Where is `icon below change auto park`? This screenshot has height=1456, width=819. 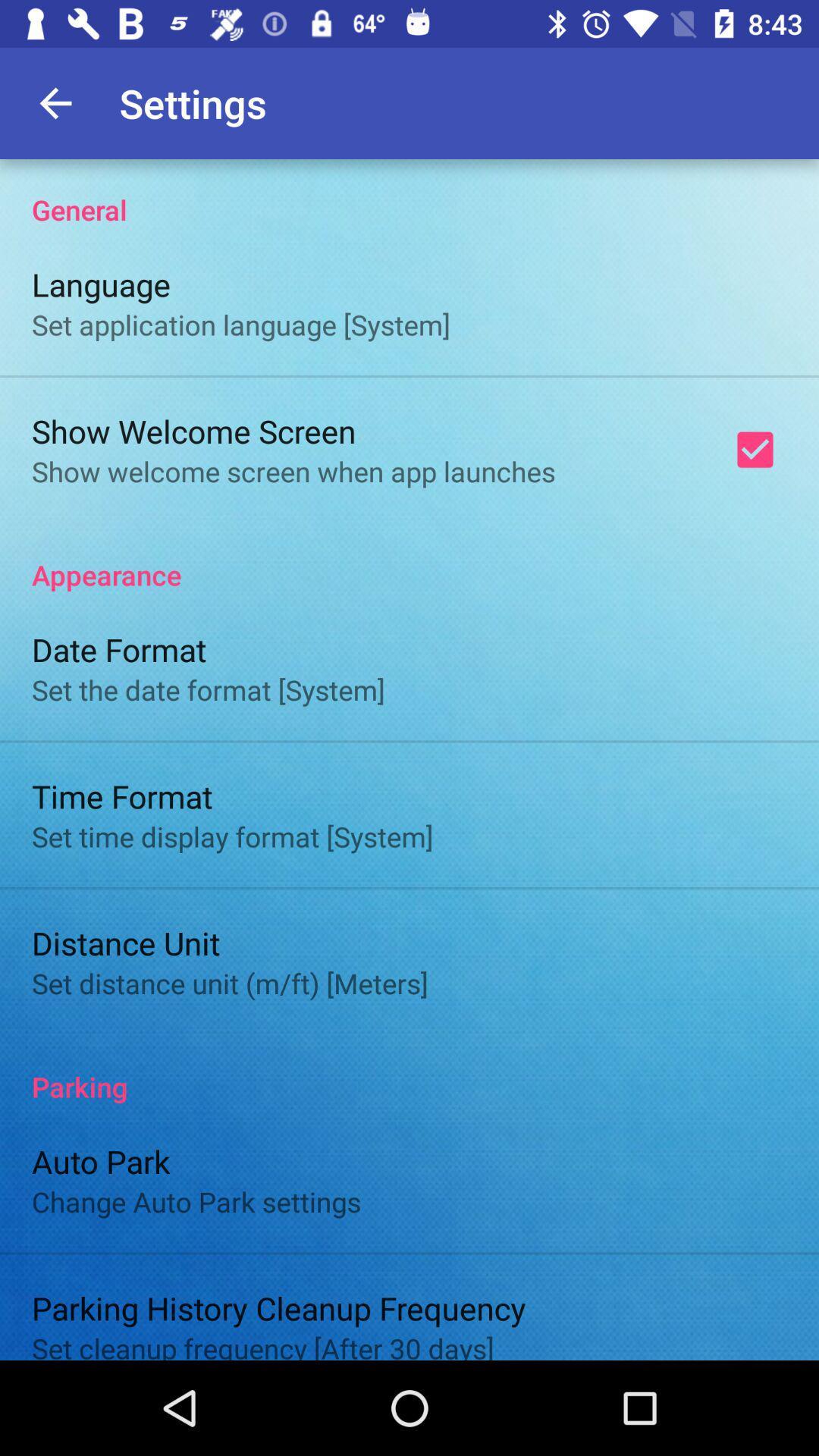
icon below change auto park is located at coordinates (278, 1307).